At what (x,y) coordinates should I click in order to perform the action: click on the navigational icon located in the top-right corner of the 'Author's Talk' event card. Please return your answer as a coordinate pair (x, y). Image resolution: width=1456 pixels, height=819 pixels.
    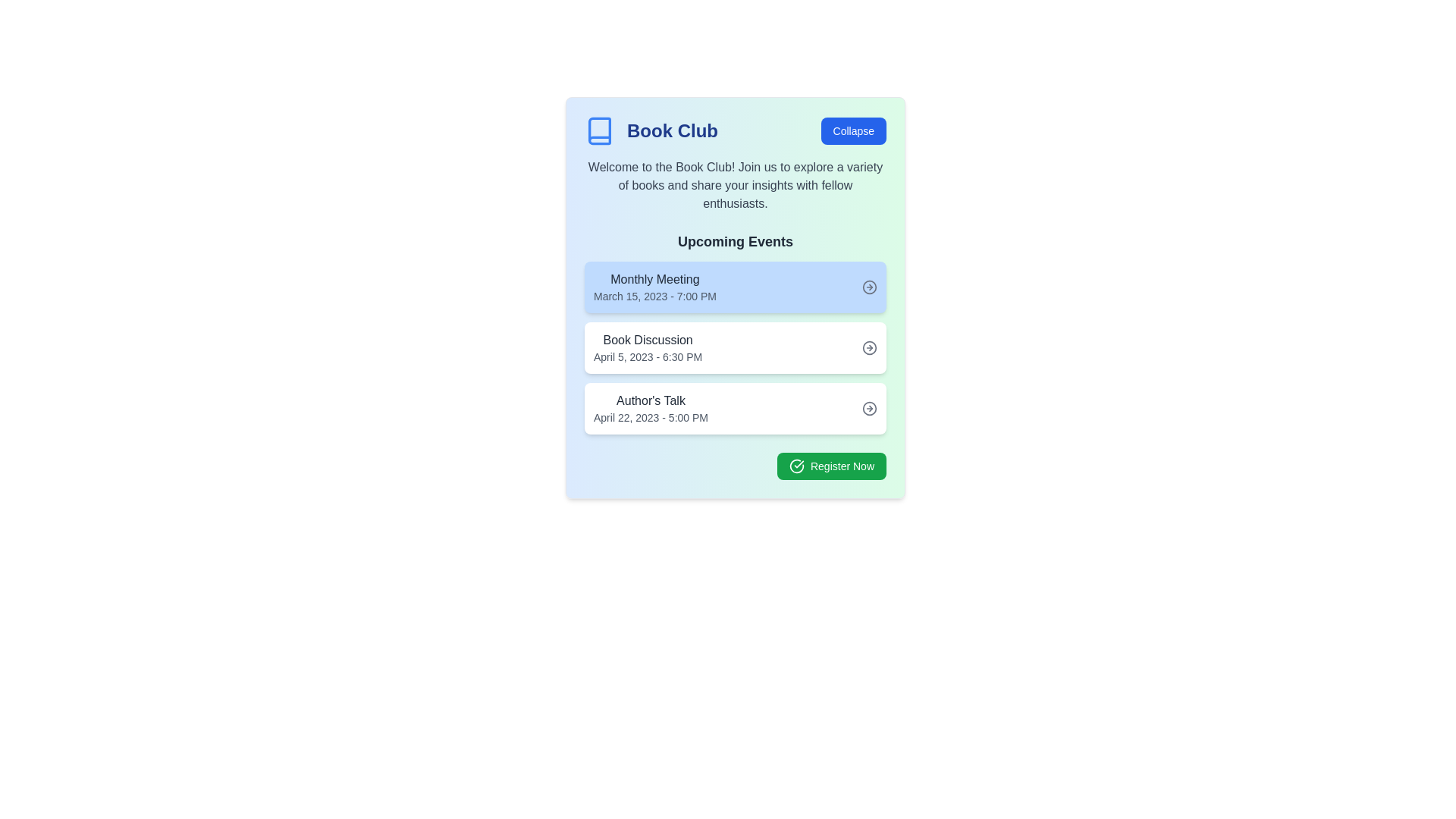
    Looking at the image, I should click on (870, 408).